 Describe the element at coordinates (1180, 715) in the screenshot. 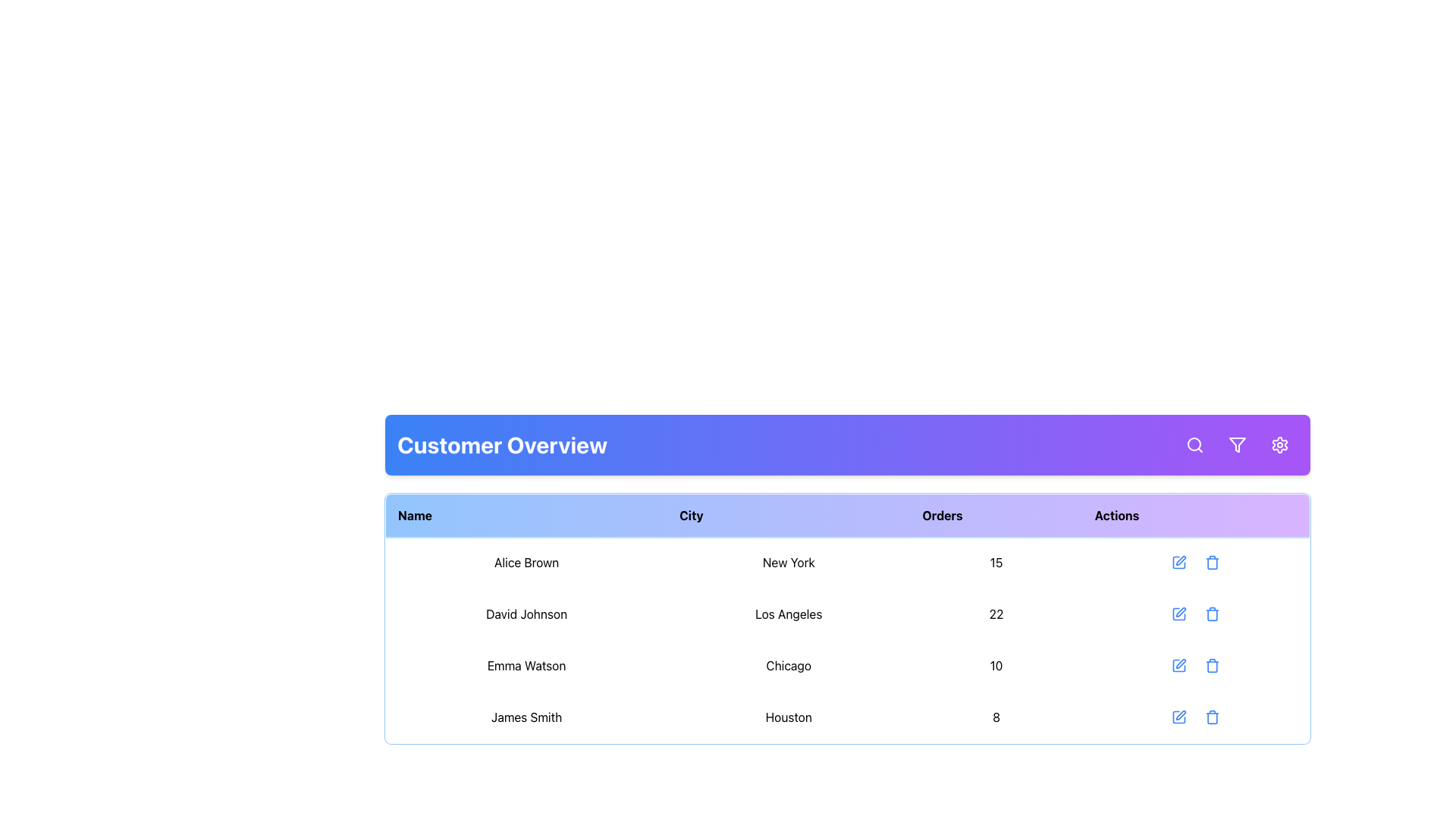

I see `the edit icon located in the 'Actions' column of the last row of the table below the 'Customer Overview' heading` at that location.